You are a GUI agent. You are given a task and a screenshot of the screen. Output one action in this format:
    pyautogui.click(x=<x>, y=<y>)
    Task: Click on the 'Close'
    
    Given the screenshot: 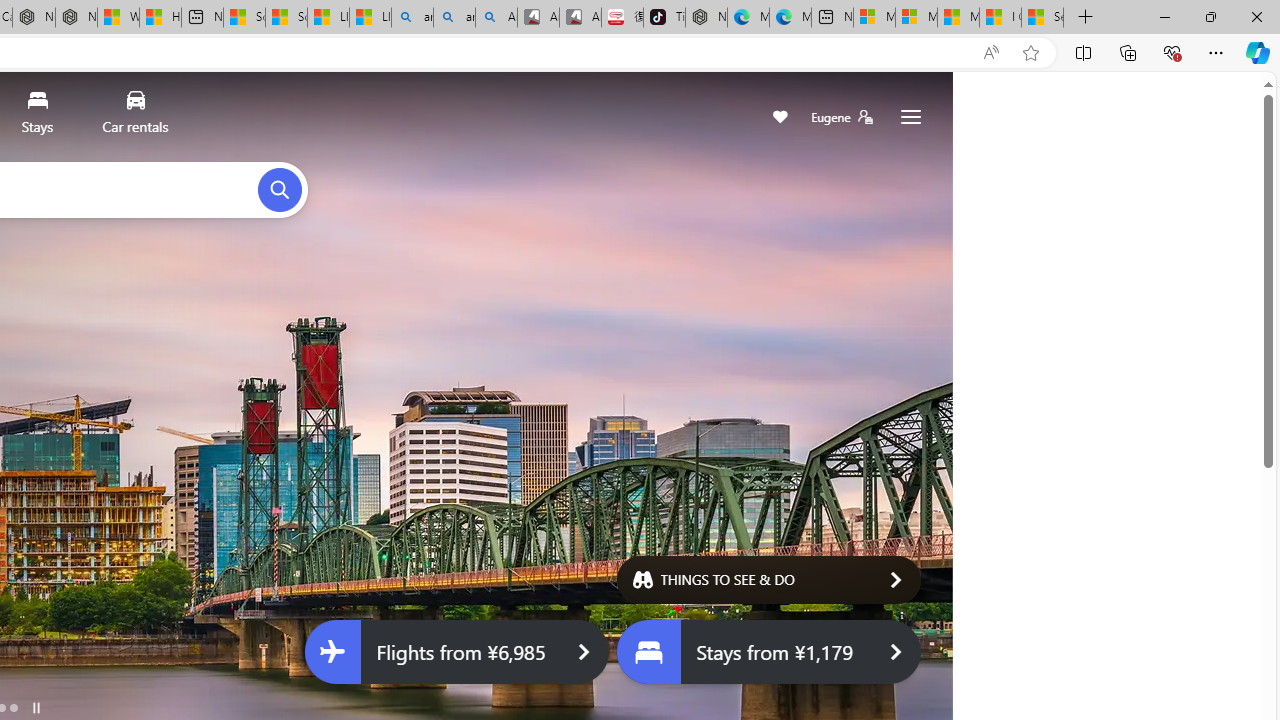 What is the action you would take?
    pyautogui.click(x=1255, y=16)
    